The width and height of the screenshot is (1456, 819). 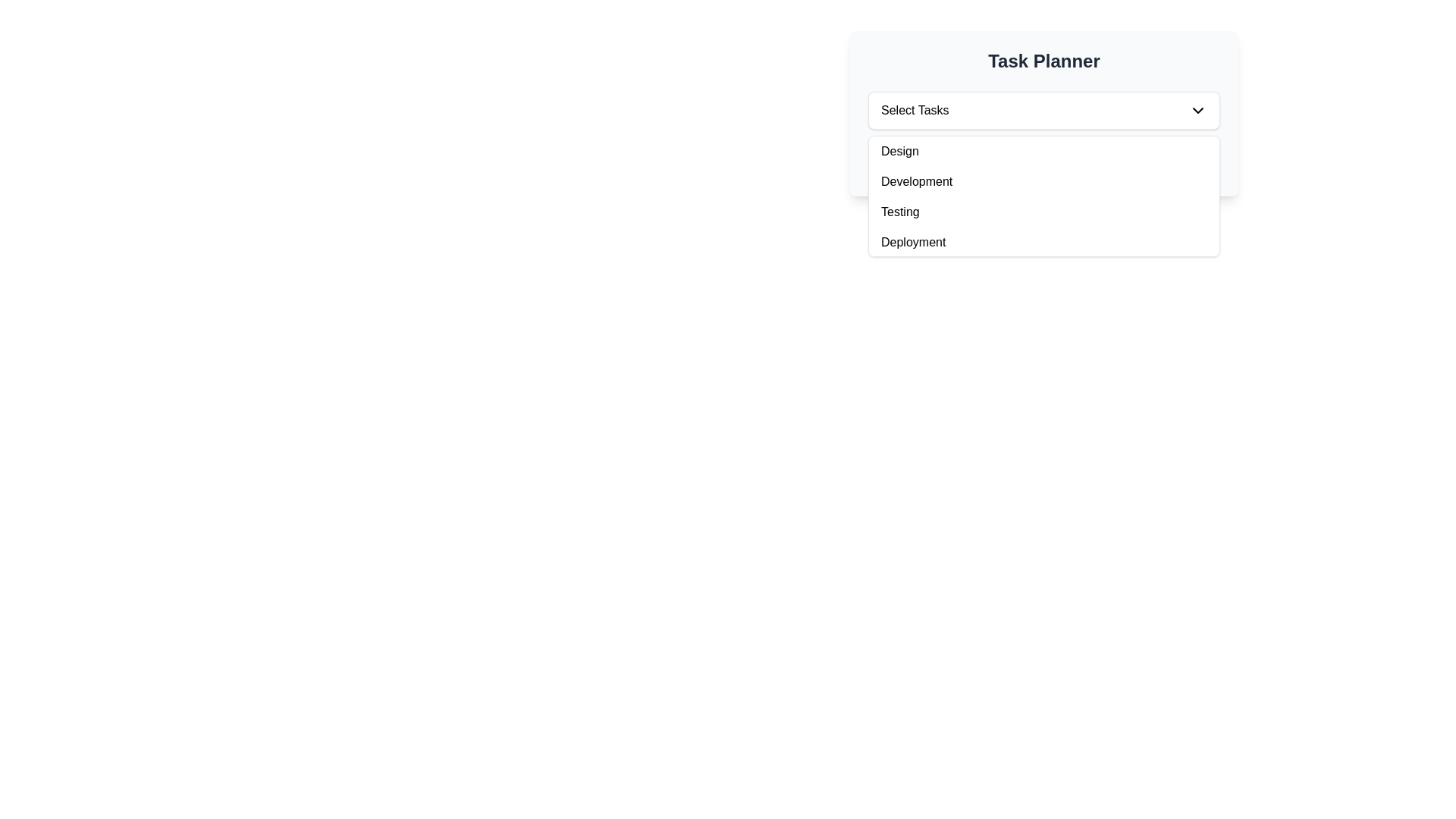 I want to click on the second selectable option in the dropdown menu that allows users to choose 'Development' as a task, so click(x=1043, y=180).